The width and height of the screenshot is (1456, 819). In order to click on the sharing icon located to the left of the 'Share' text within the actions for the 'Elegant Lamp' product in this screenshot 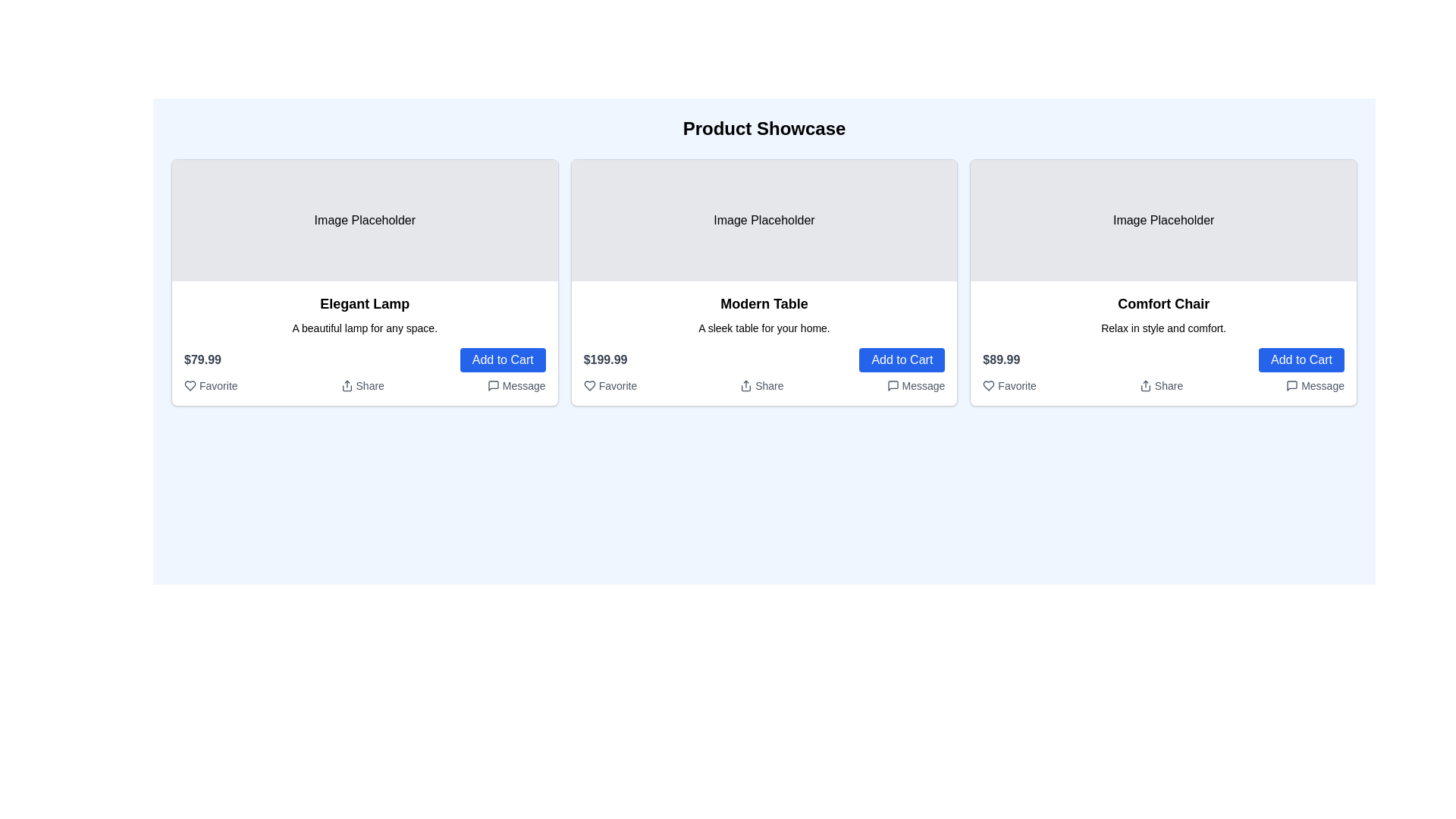, I will do `click(346, 385)`.